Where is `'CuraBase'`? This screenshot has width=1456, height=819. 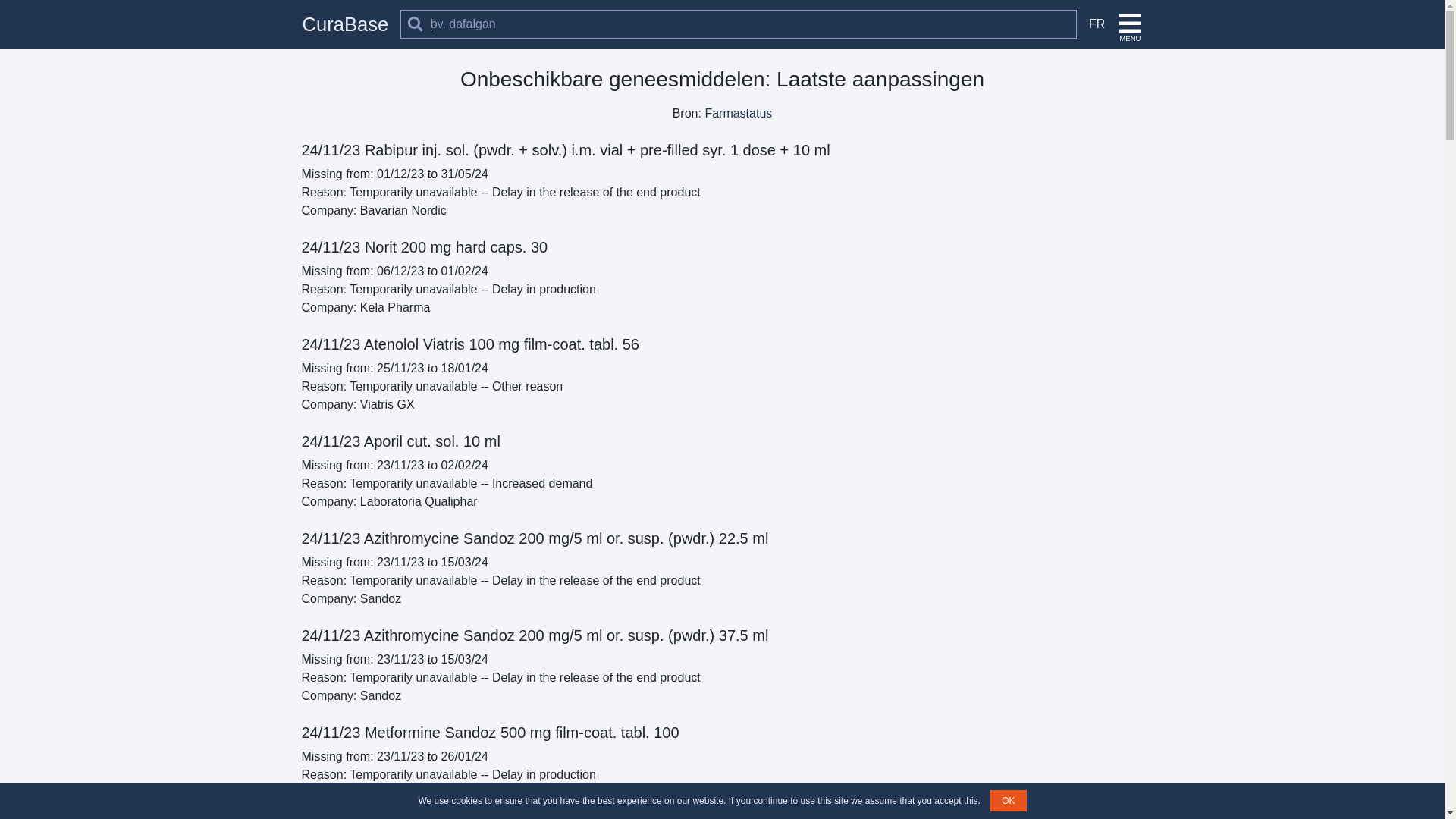 'CuraBase' is located at coordinates (344, 24).